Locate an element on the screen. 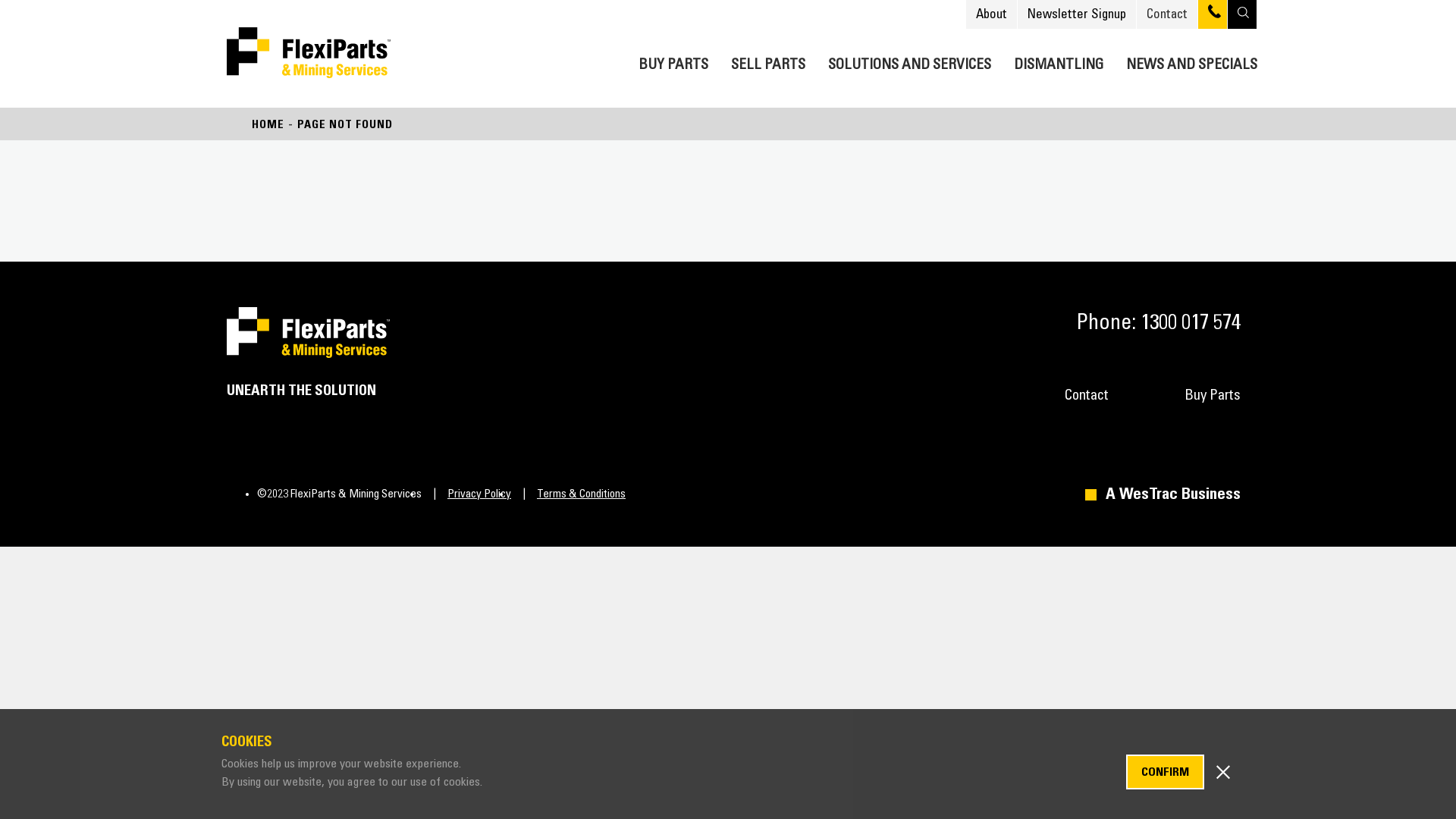  'NEWS AND SPECIALS' is located at coordinates (1191, 61).